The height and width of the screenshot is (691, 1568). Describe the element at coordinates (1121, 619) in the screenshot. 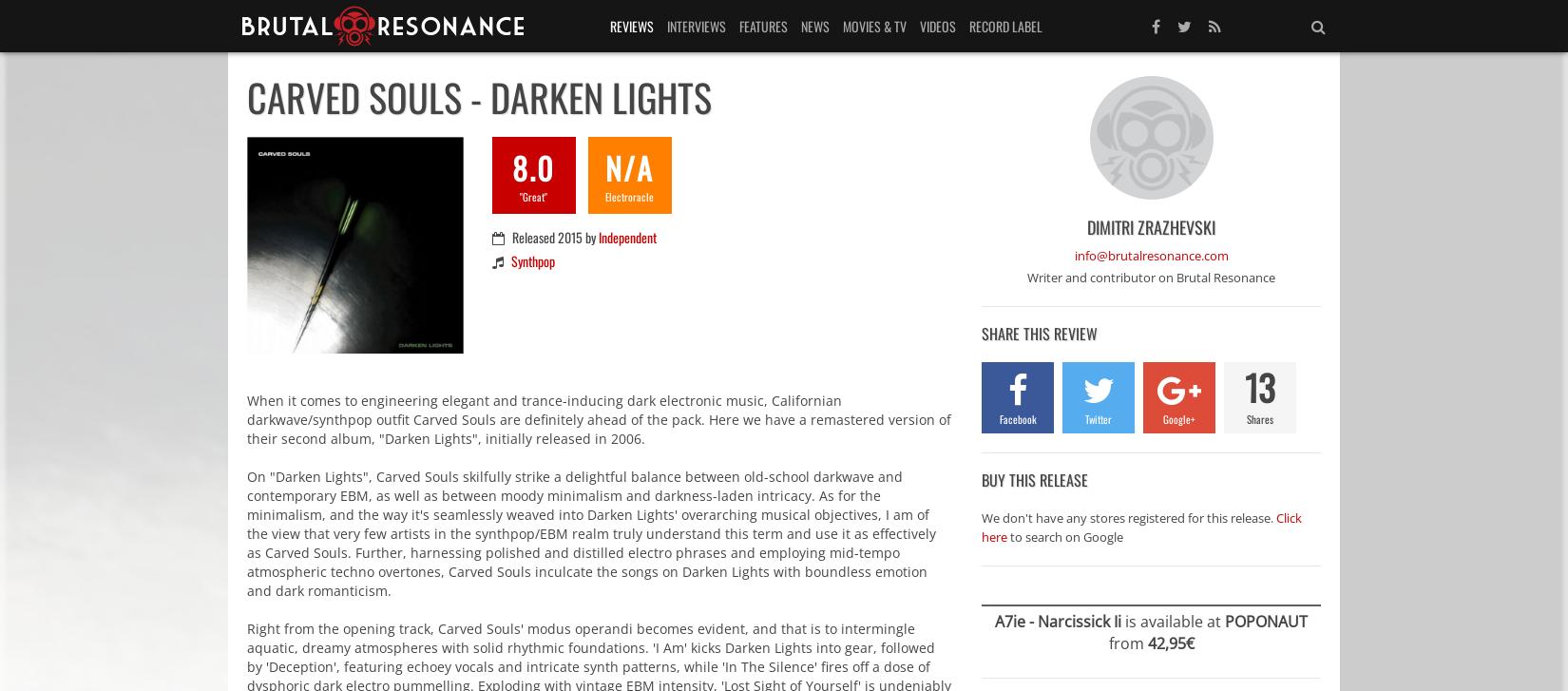

I see `'is available at'` at that location.